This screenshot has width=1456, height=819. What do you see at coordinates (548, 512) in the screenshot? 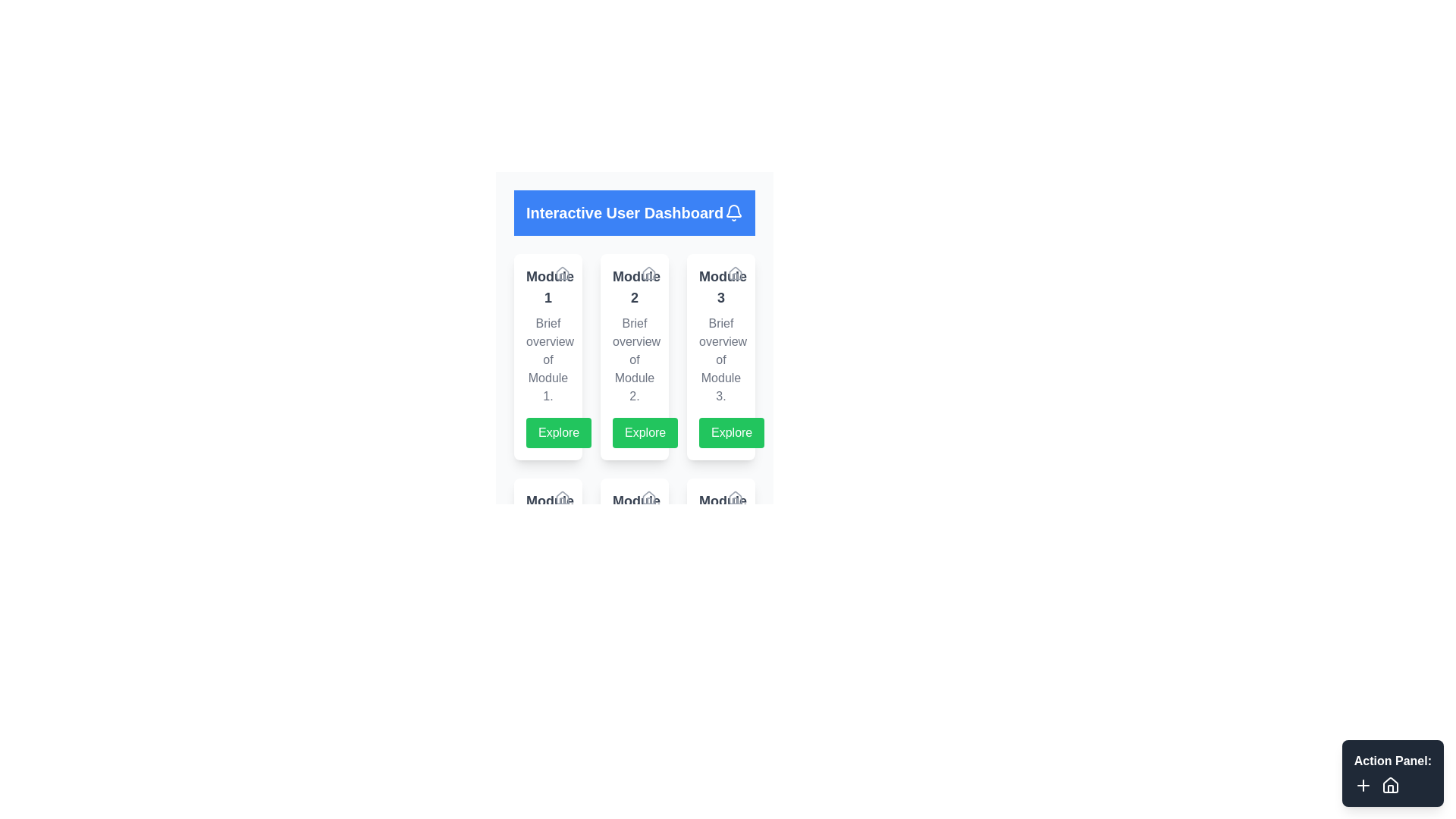
I see `the Text label that presents the title of the module, located in the fourth card component in a grid layout, above the description text 'Brief overview of Module 4.'` at bounding box center [548, 512].